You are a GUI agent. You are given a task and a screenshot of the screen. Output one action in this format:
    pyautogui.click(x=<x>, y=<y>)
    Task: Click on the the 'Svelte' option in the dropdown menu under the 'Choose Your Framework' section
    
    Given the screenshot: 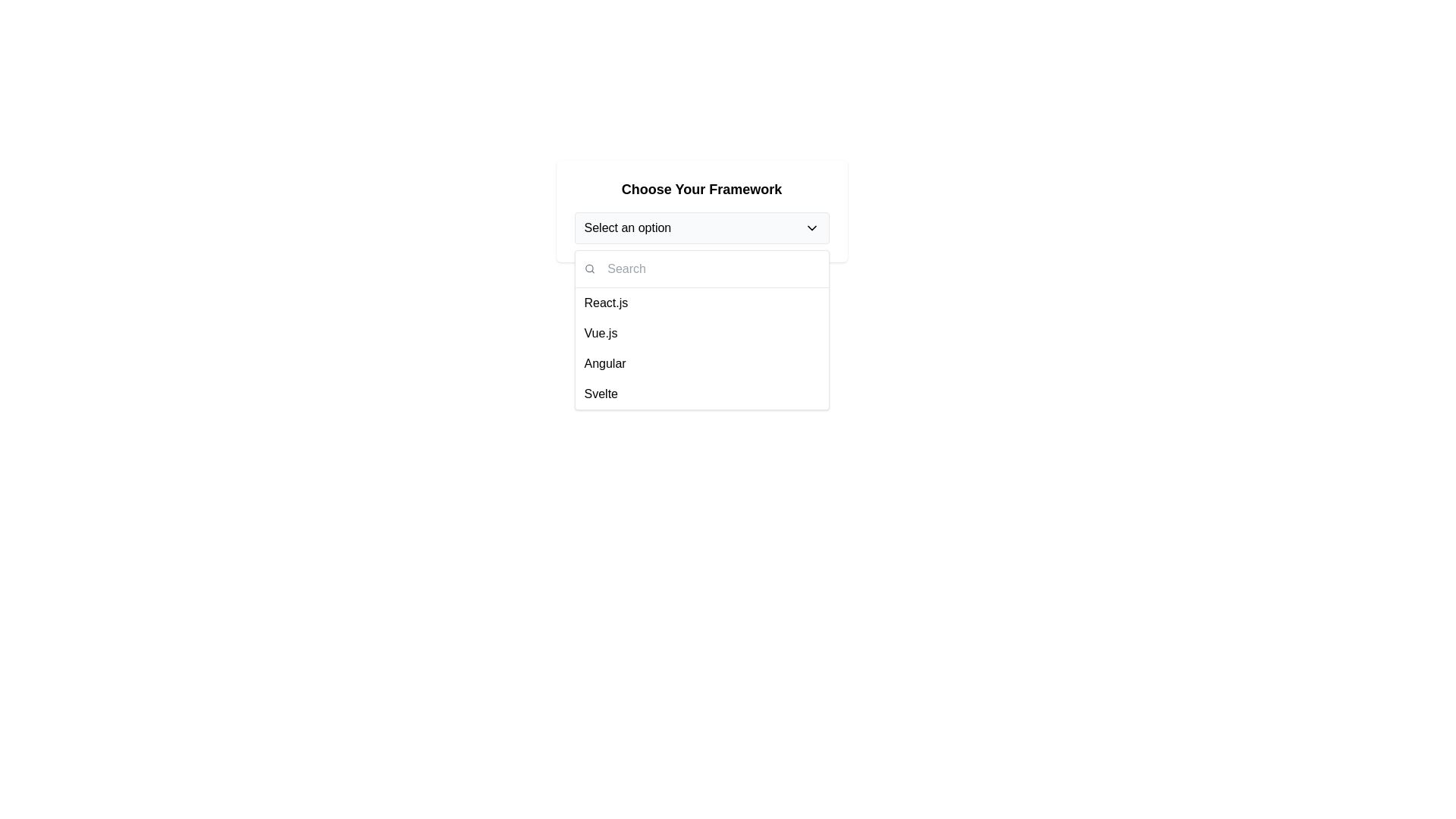 What is the action you would take?
    pyautogui.click(x=600, y=394)
    